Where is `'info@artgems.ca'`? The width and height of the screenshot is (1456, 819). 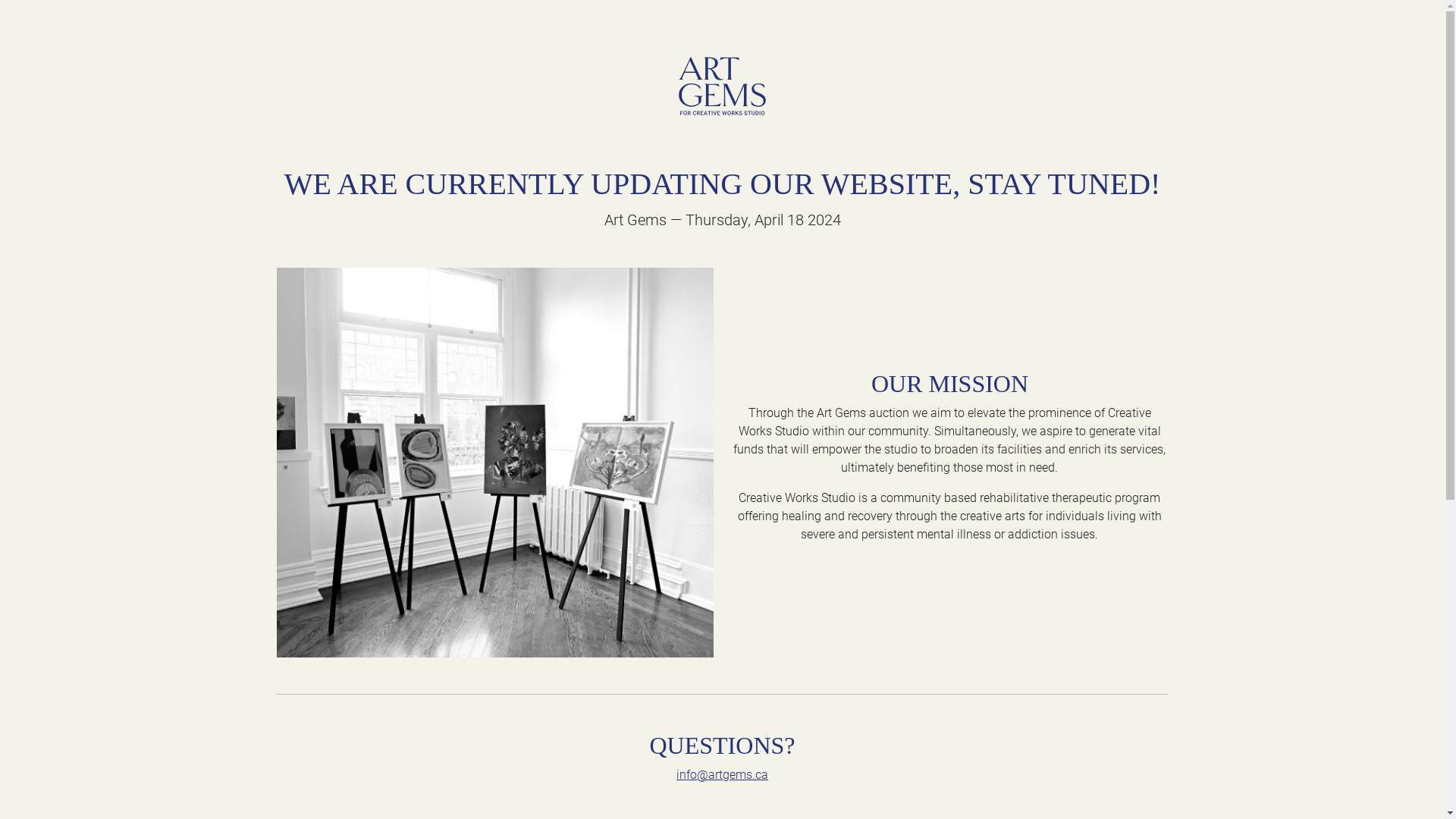 'info@artgems.ca' is located at coordinates (721, 774).